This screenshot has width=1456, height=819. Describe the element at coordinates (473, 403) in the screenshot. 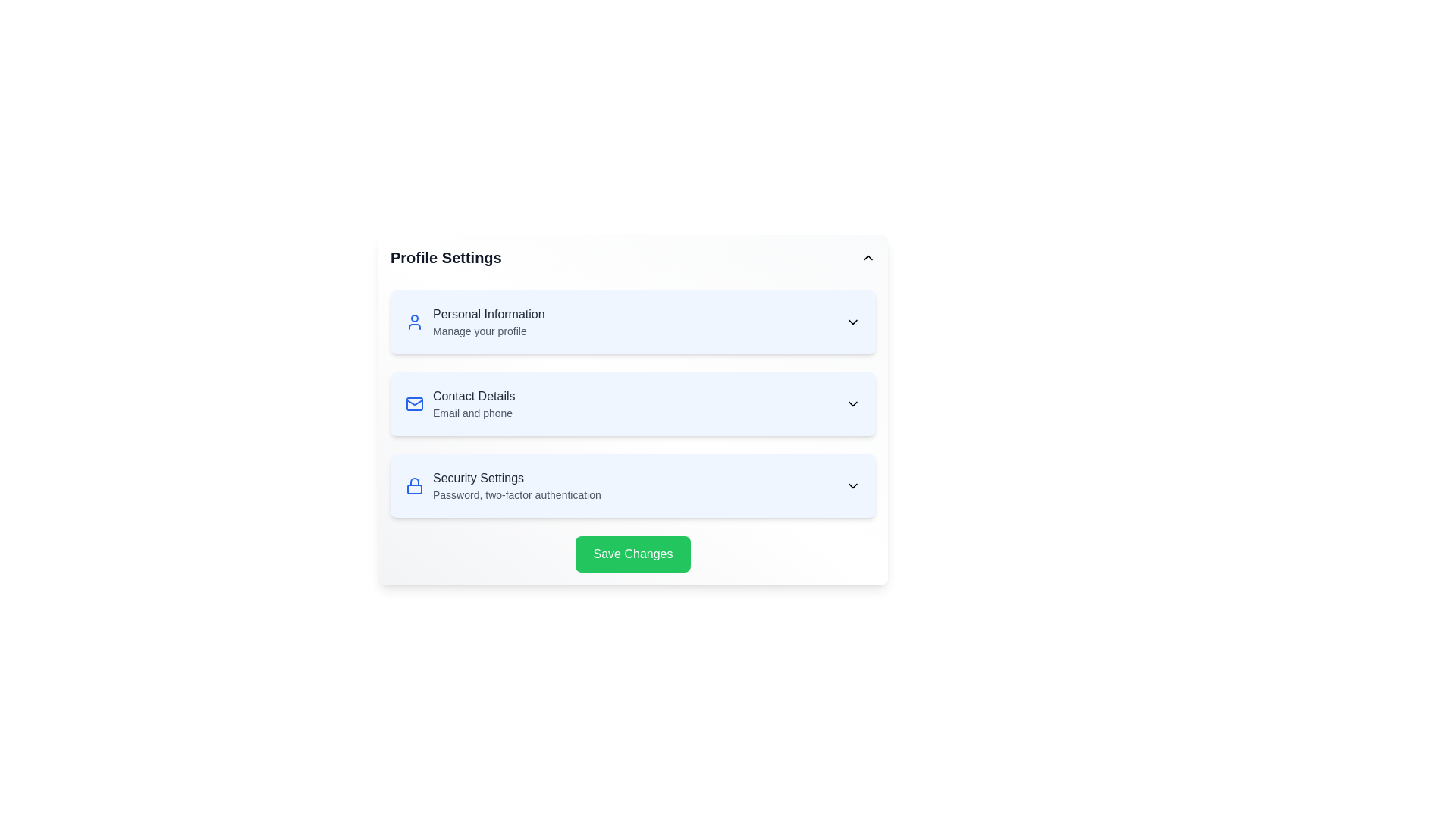

I see `the text label that describes contact information, specifically for email addresses and phone numbers, located in the 'Profile Settings' section as the second item in the vertical list` at that location.